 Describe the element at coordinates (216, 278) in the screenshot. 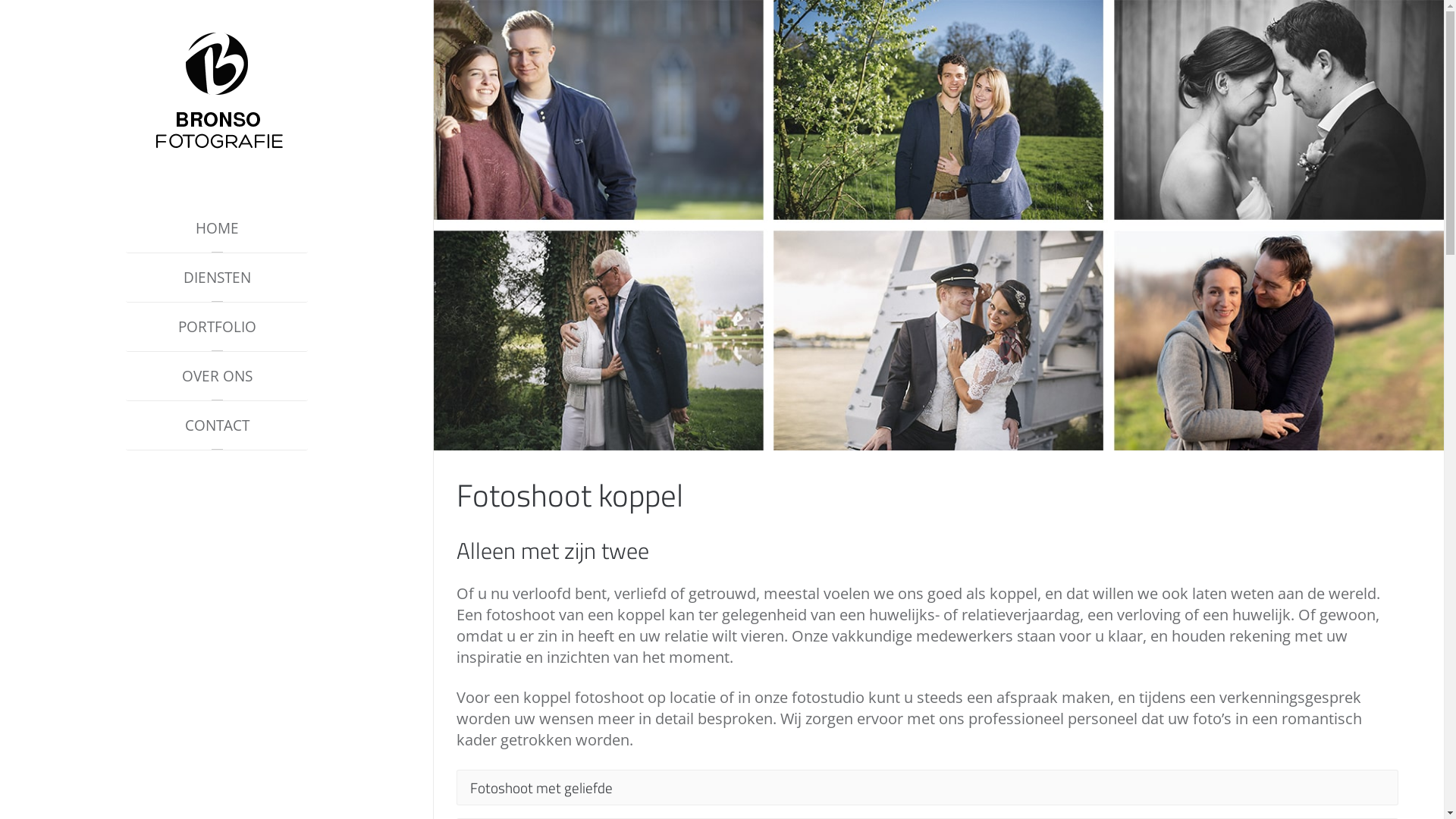

I see `'DIENSTEN'` at that location.